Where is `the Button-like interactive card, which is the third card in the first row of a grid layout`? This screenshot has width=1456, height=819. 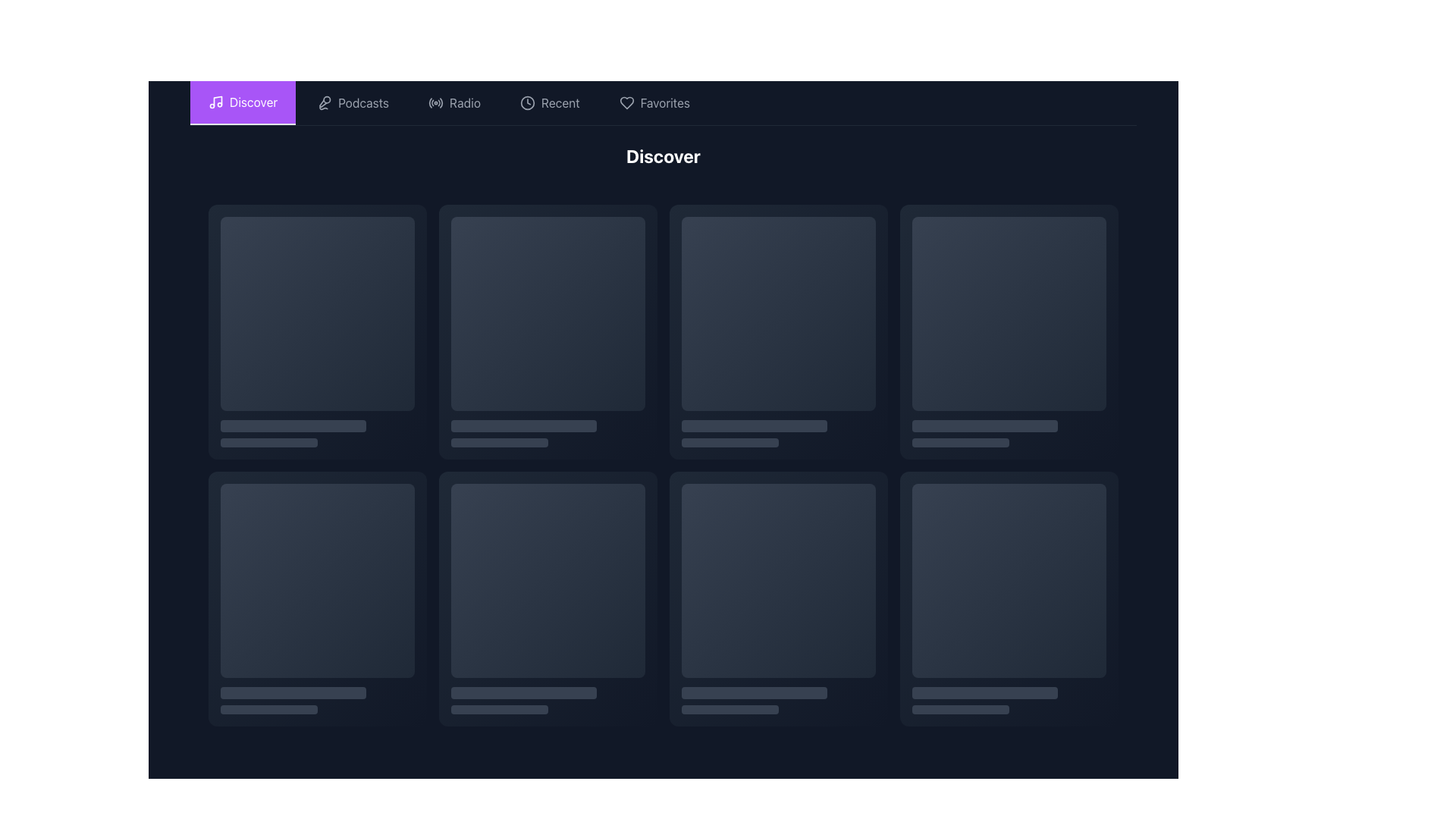
the Button-like interactive card, which is the third card in the first row of a grid layout is located at coordinates (779, 331).